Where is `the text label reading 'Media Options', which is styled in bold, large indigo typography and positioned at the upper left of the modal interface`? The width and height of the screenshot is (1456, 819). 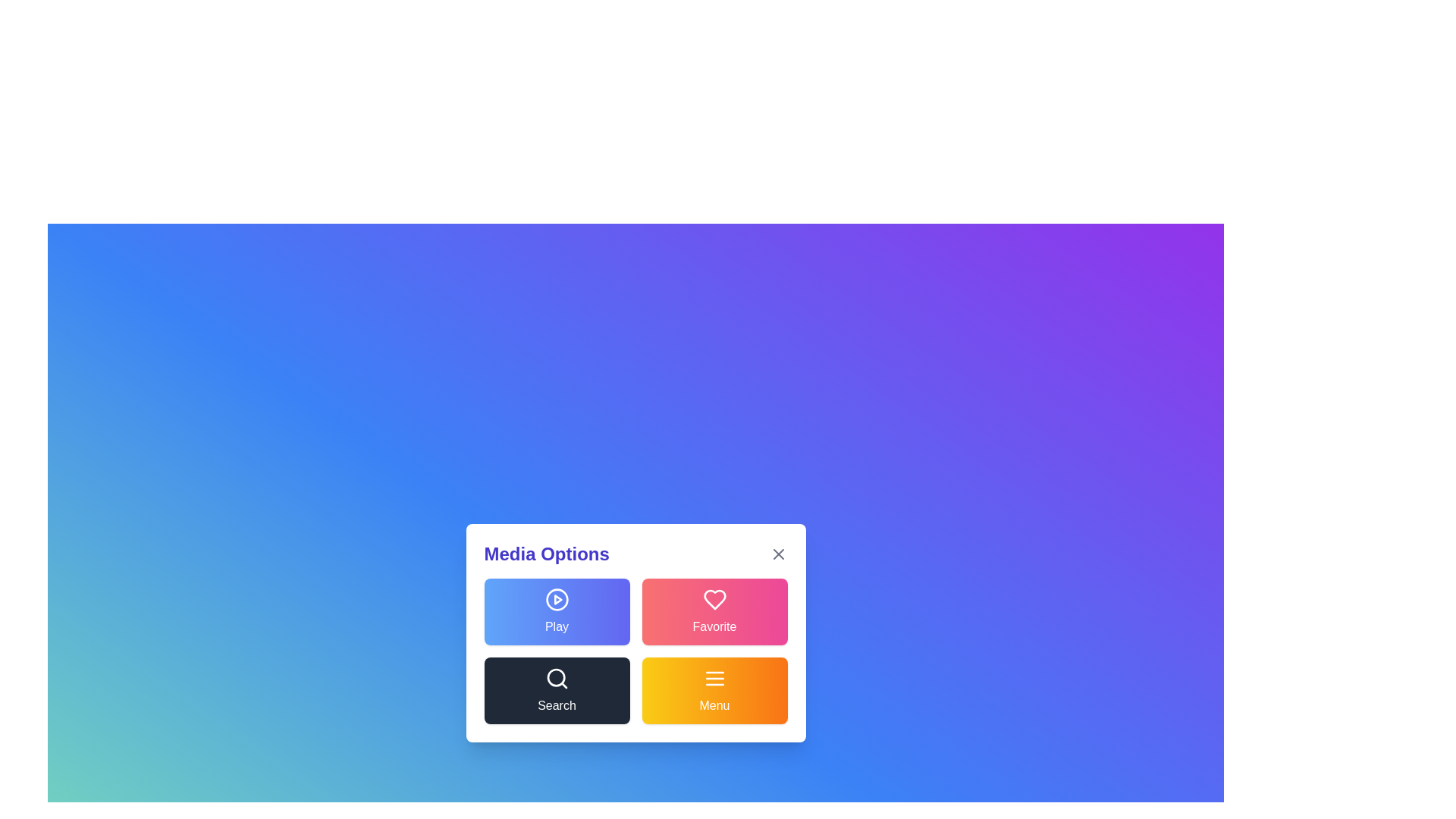
the text label reading 'Media Options', which is styled in bold, large indigo typography and positioned at the upper left of the modal interface is located at coordinates (546, 554).